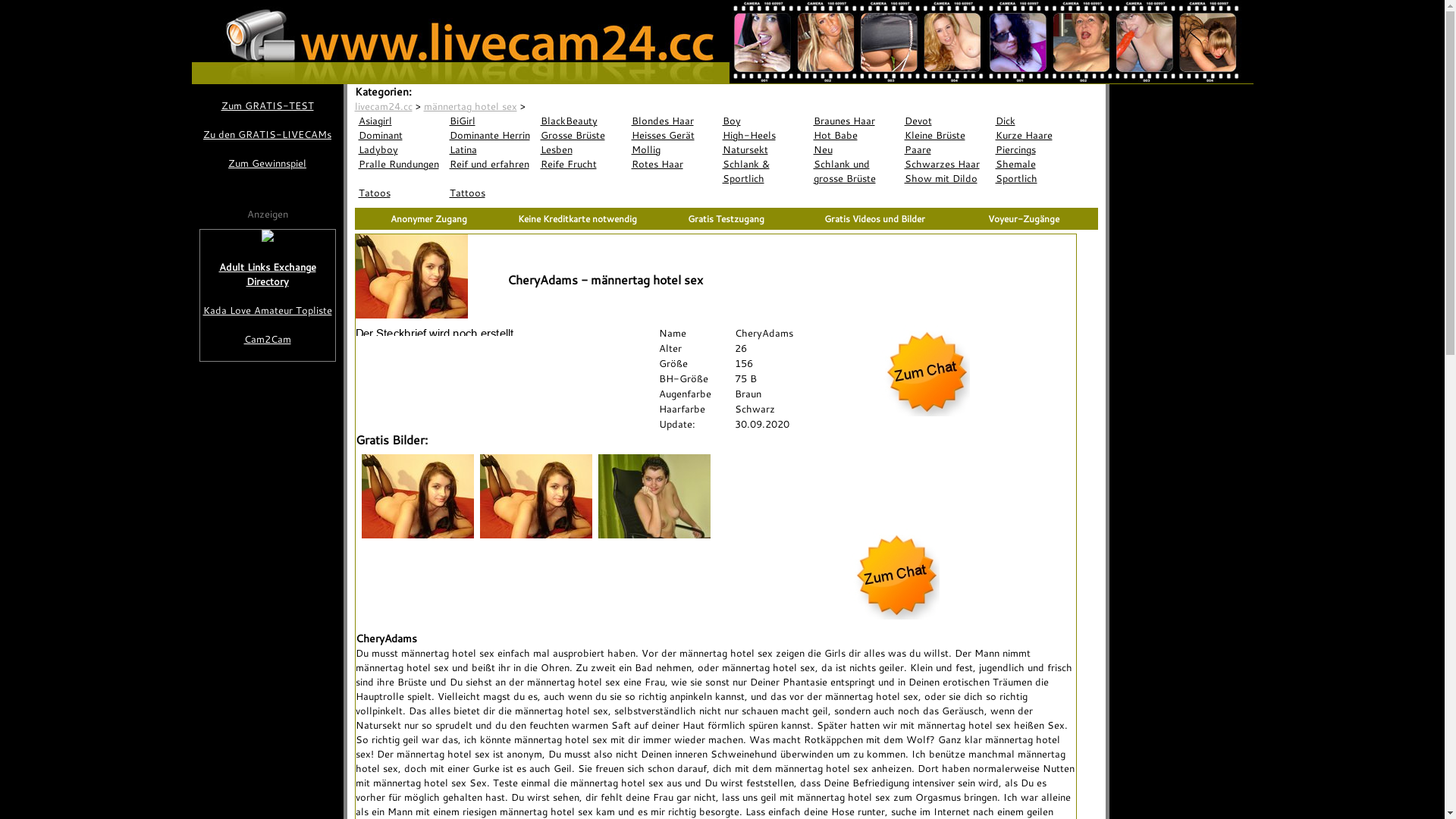 Image resolution: width=1456 pixels, height=819 pixels. Describe the element at coordinates (946, 177) in the screenshot. I see `'Show mit Dildo'` at that location.